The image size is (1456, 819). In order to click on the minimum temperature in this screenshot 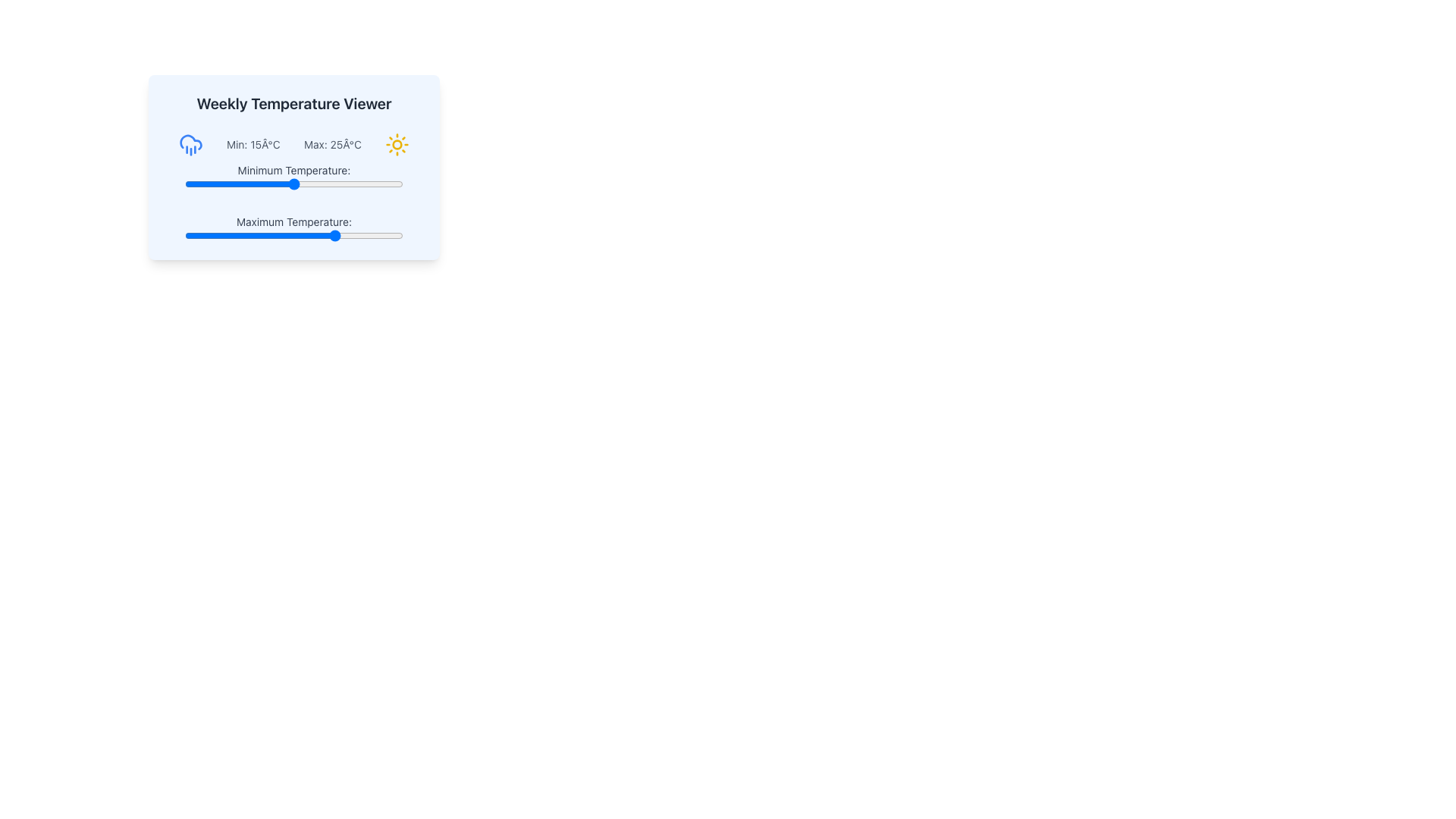, I will do `click(324, 184)`.